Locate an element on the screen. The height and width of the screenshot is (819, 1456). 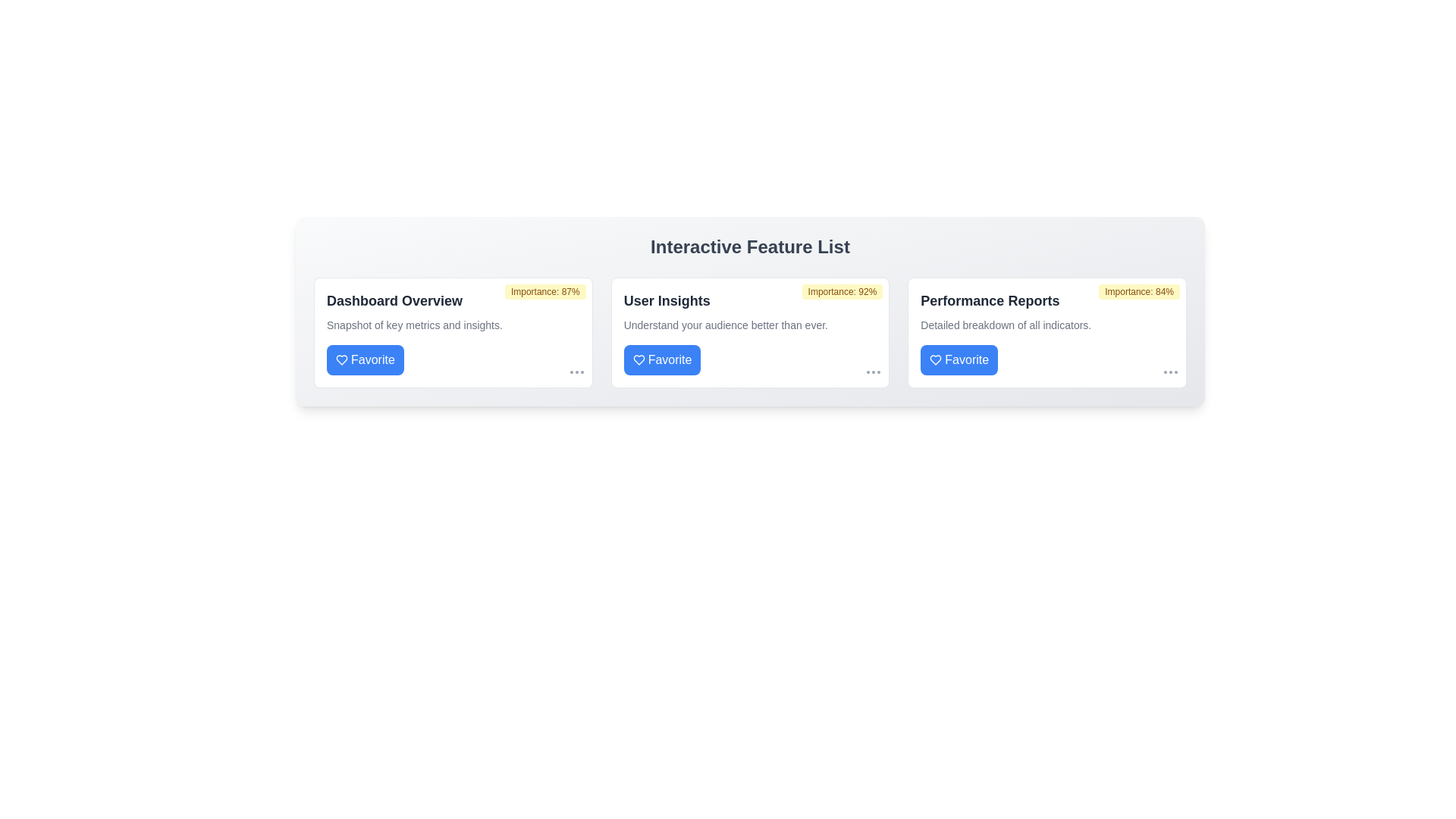
the card labeled 'Dashboard Overview' to observe the hover effect is located at coordinates (452, 332).